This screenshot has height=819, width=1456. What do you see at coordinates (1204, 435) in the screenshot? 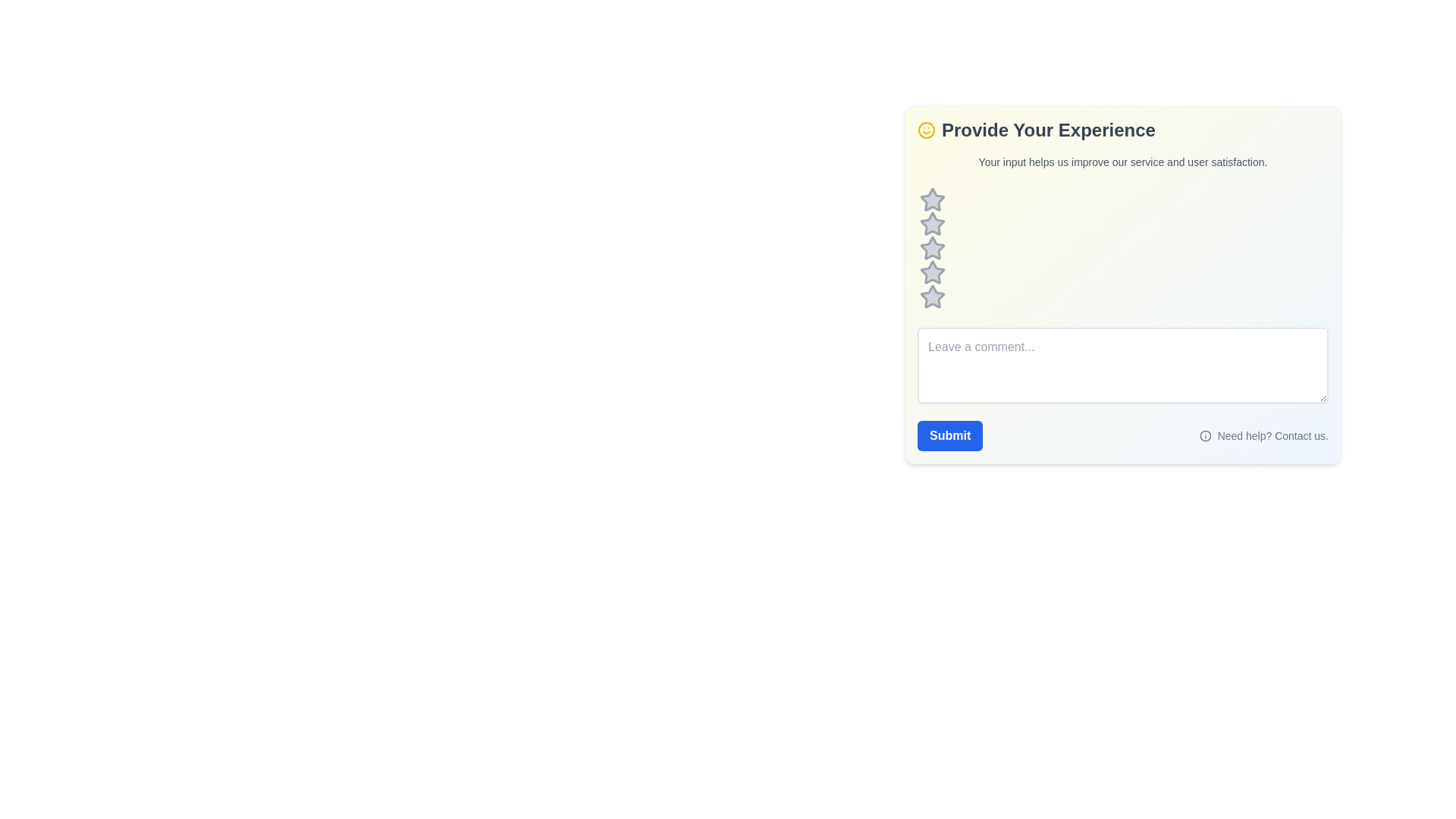
I see `the help icon located on the bottom-right corner of the interface, just to the left of the 'Need help? Contact us.' text` at bounding box center [1204, 435].